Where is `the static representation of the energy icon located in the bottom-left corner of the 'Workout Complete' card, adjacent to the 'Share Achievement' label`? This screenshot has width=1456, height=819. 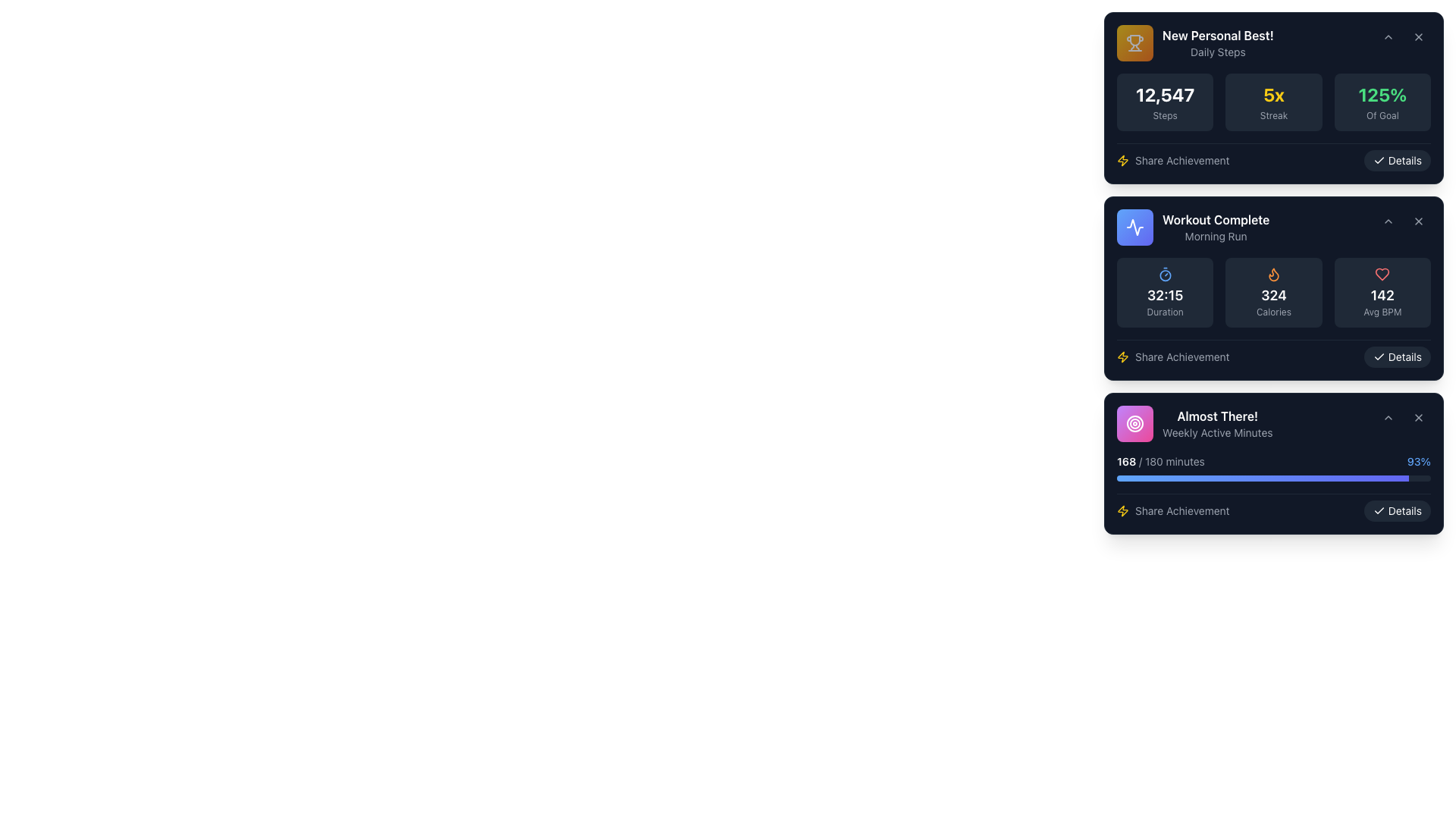
the static representation of the energy icon located in the bottom-left corner of the 'Workout Complete' card, adjacent to the 'Share Achievement' label is located at coordinates (1123, 161).